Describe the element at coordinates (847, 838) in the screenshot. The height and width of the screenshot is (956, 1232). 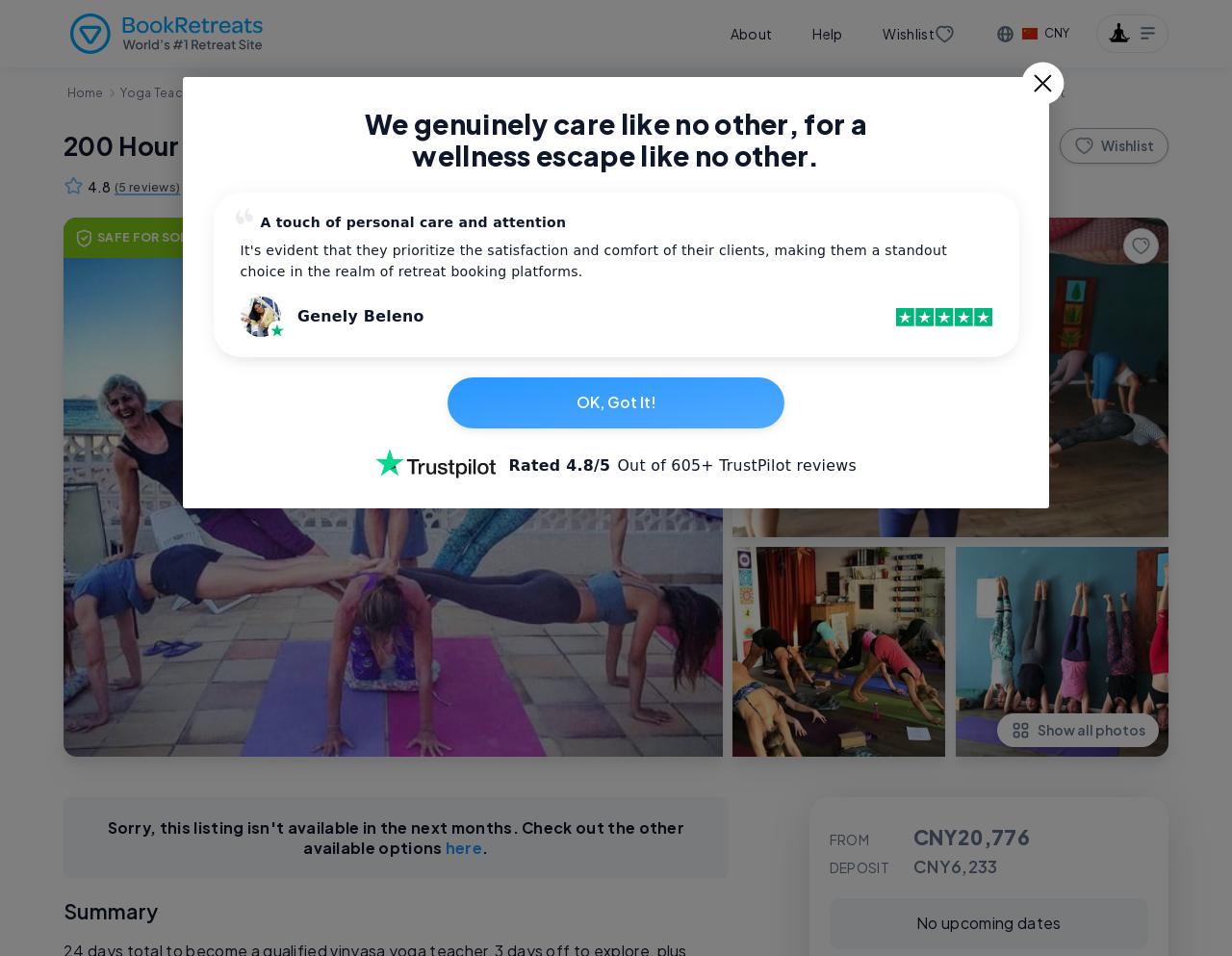
I see `'From'` at that location.